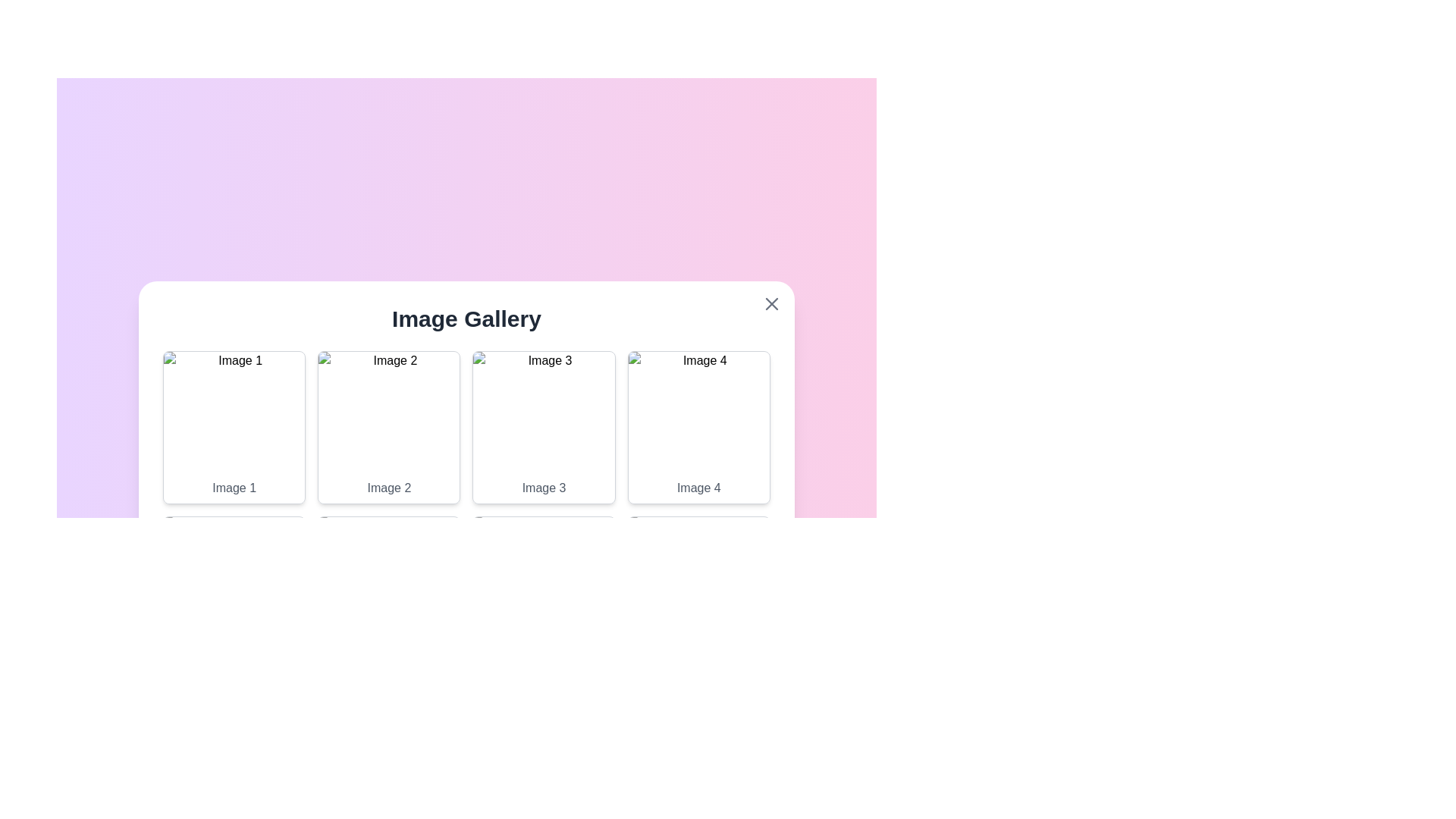  Describe the element at coordinates (771, 304) in the screenshot. I see `the 'X' button to close the dialog` at that location.